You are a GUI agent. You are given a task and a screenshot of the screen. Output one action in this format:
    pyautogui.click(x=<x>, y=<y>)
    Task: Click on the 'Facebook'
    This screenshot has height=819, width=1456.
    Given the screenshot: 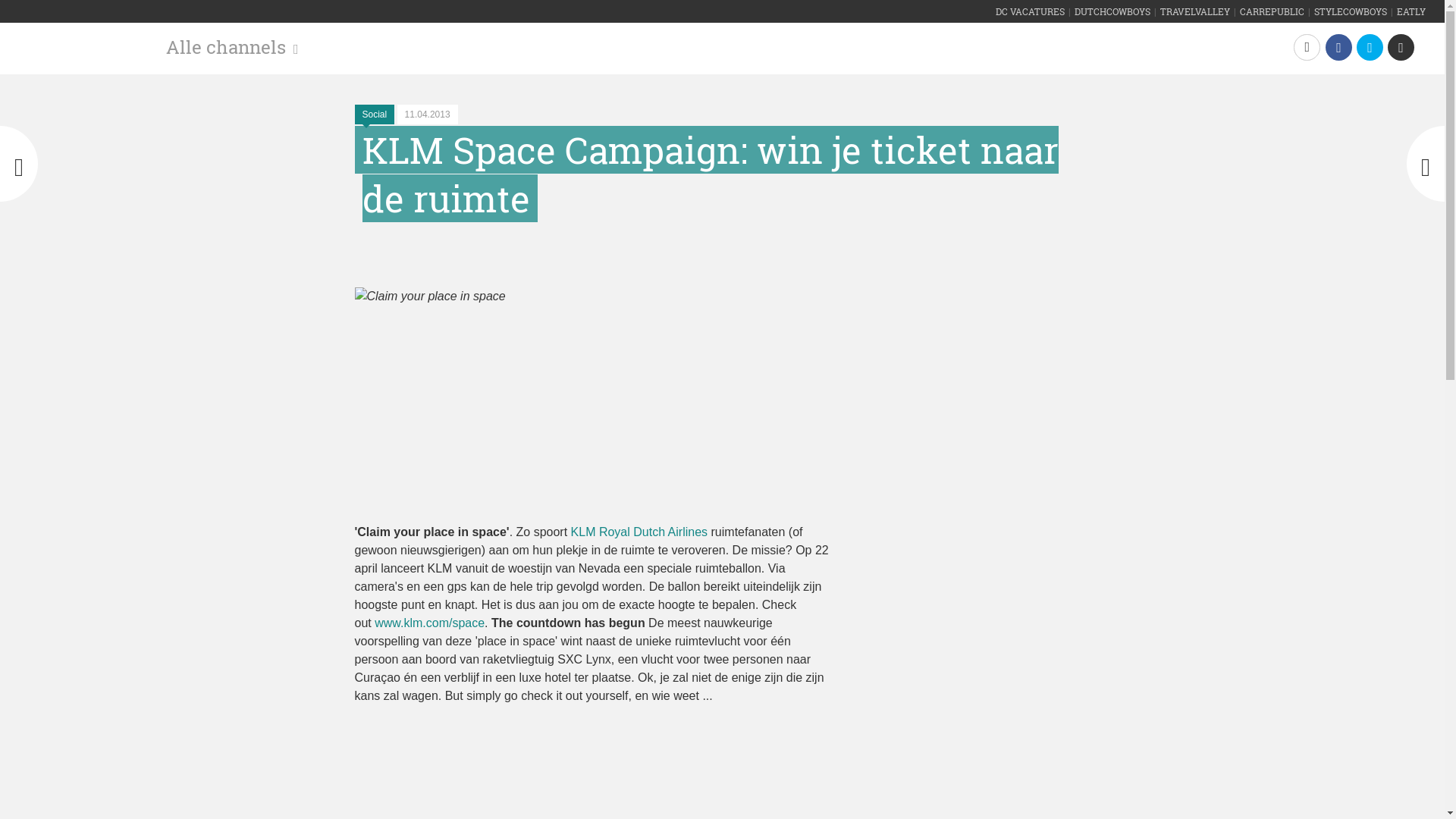 What is the action you would take?
    pyautogui.click(x=1338, y=46)
    